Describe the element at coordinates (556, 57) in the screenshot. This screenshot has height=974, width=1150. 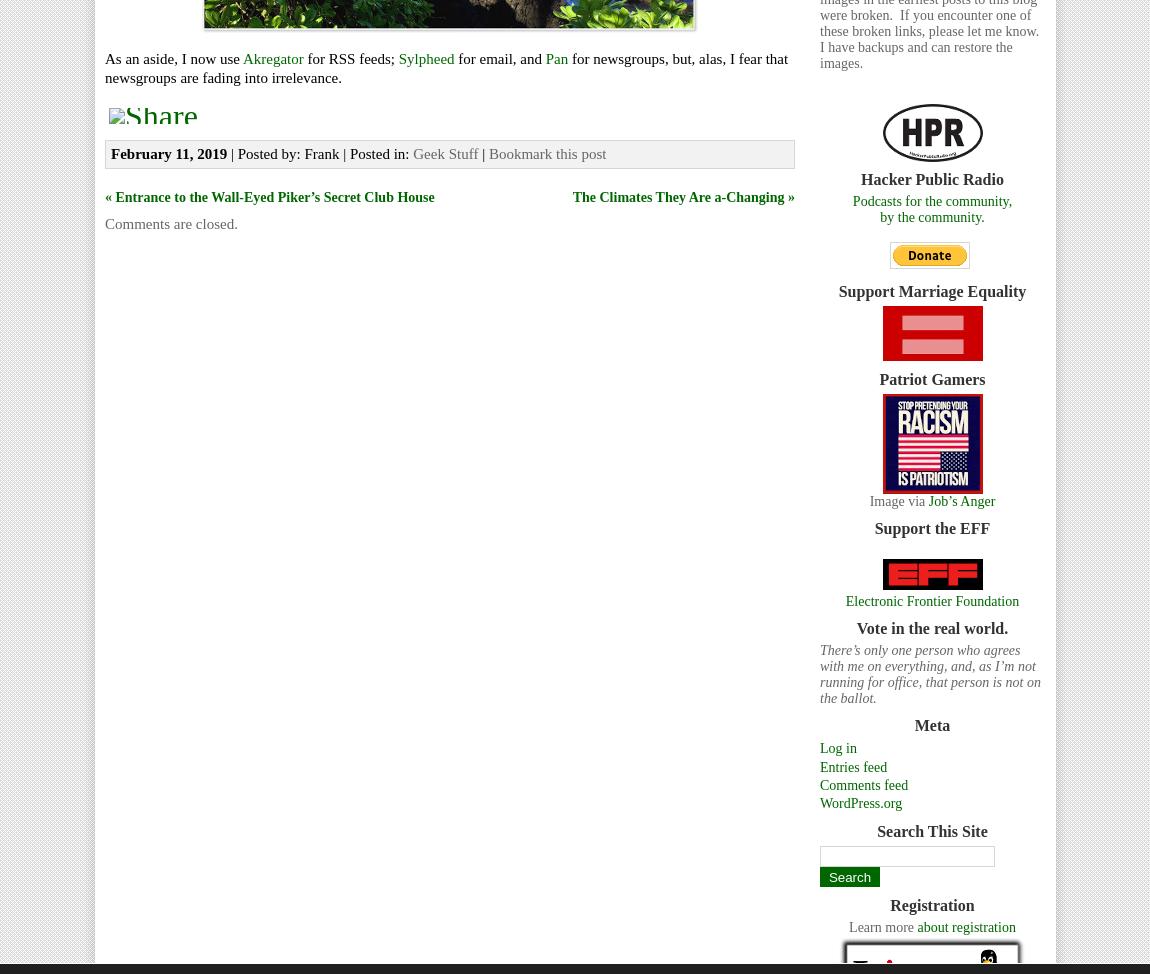
I see `'Pan'` at that location.